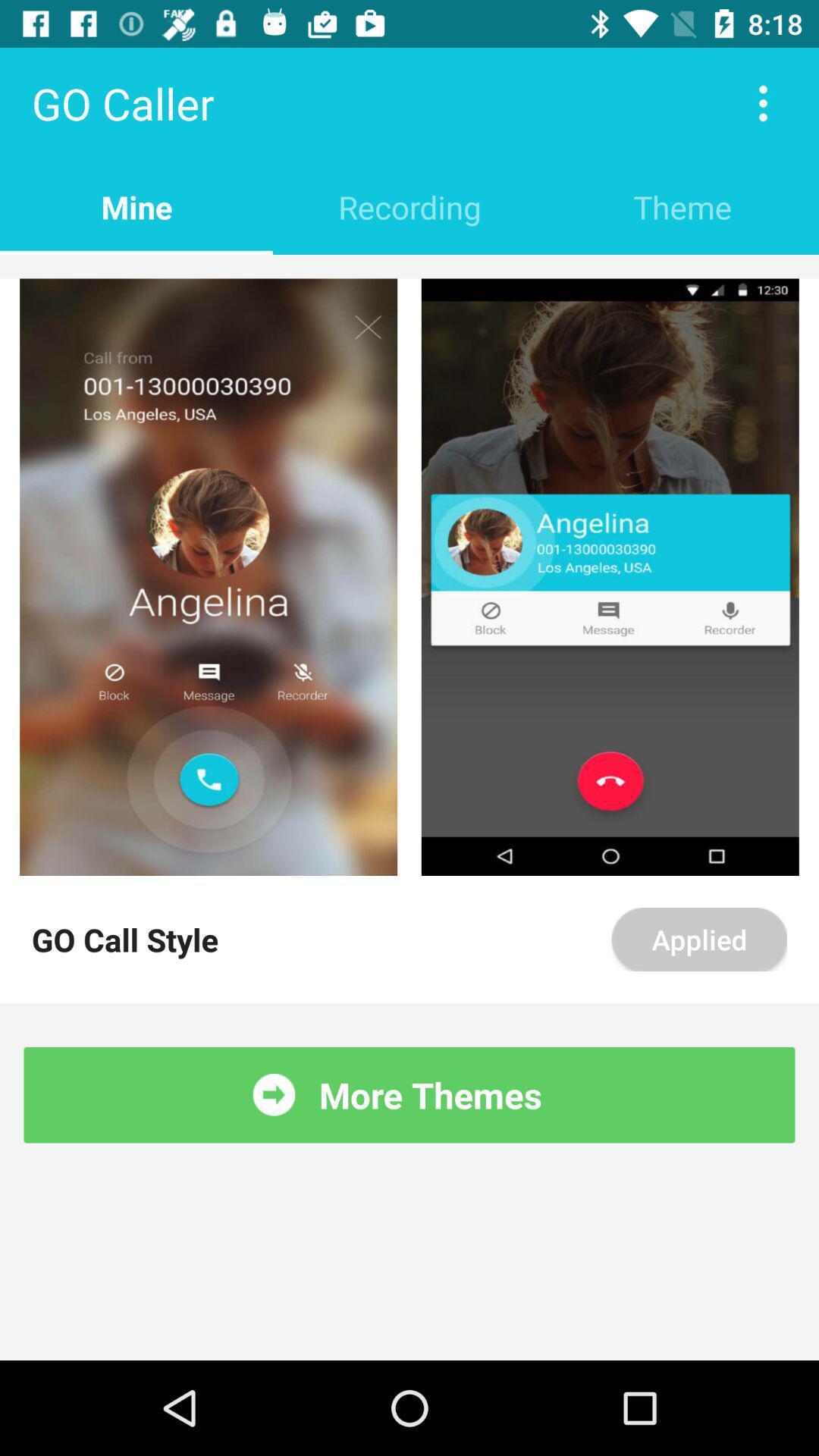  Describe the element at coordinates (209, 576) in the screenshot. I see `the icon above go call style item` at that location.